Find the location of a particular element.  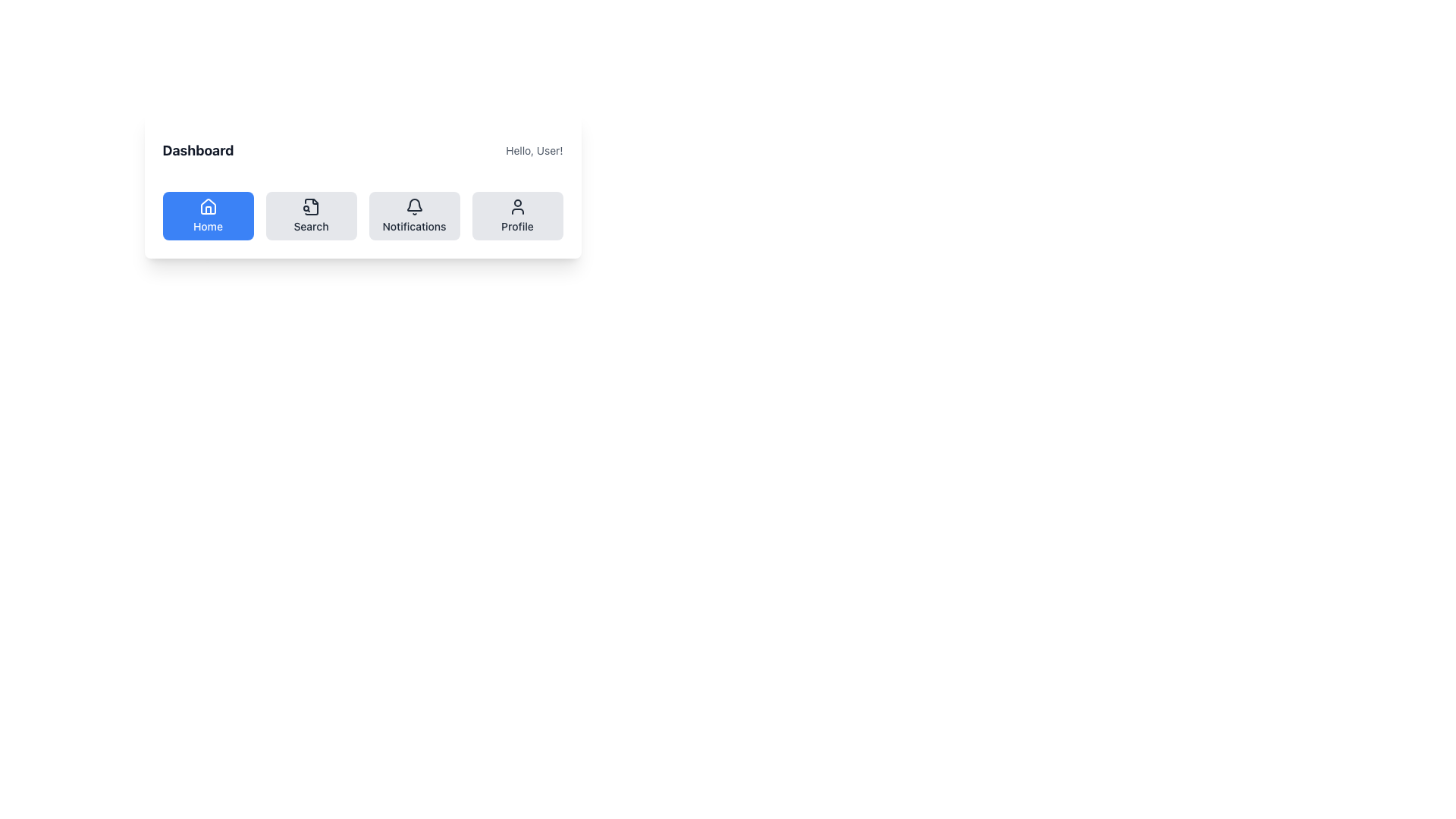

the bold 'Dashboard' text located in the top left area of the navigation bar or header is located at coordinates (197, 151).